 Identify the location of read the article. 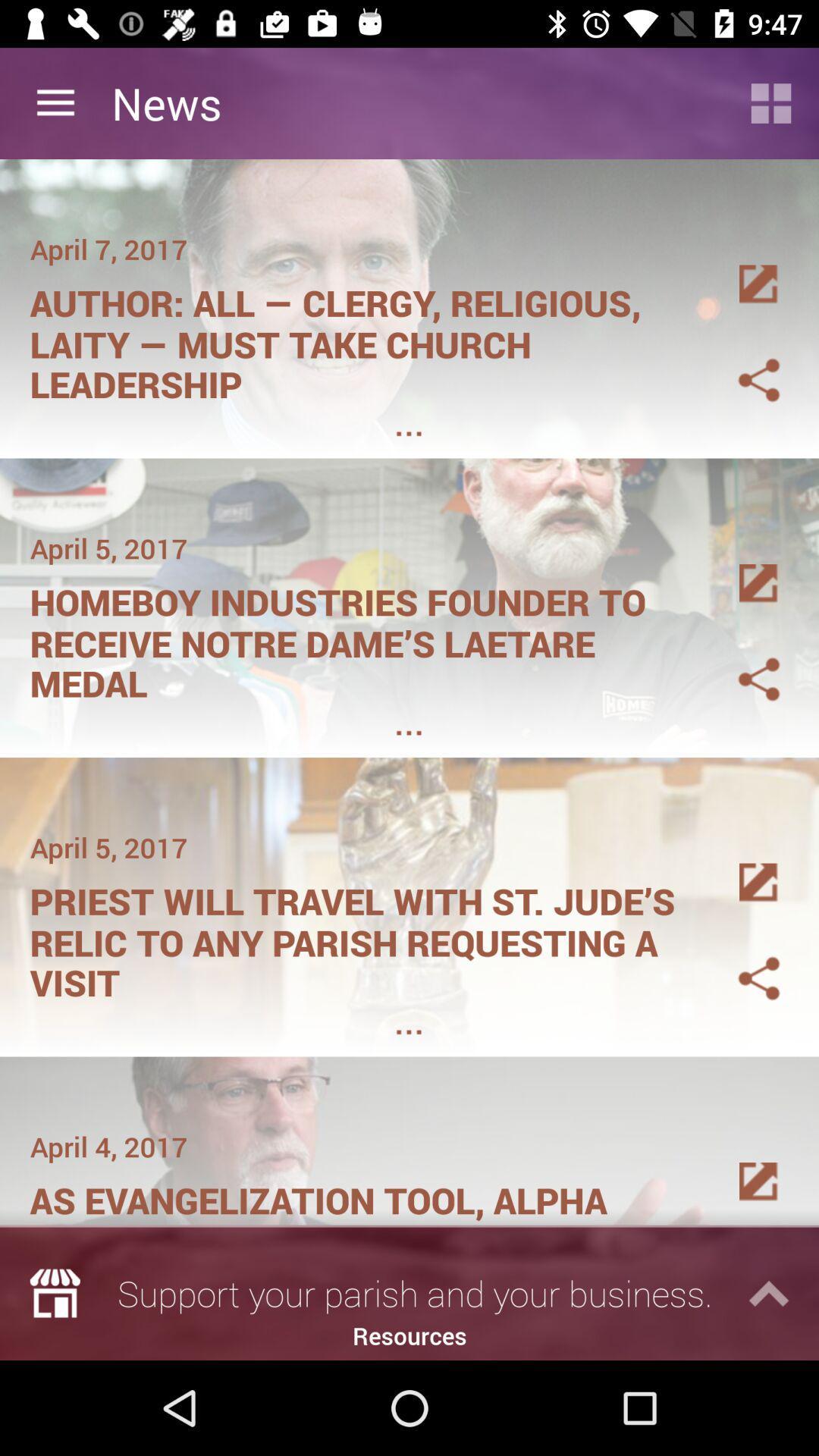
(740, 864).